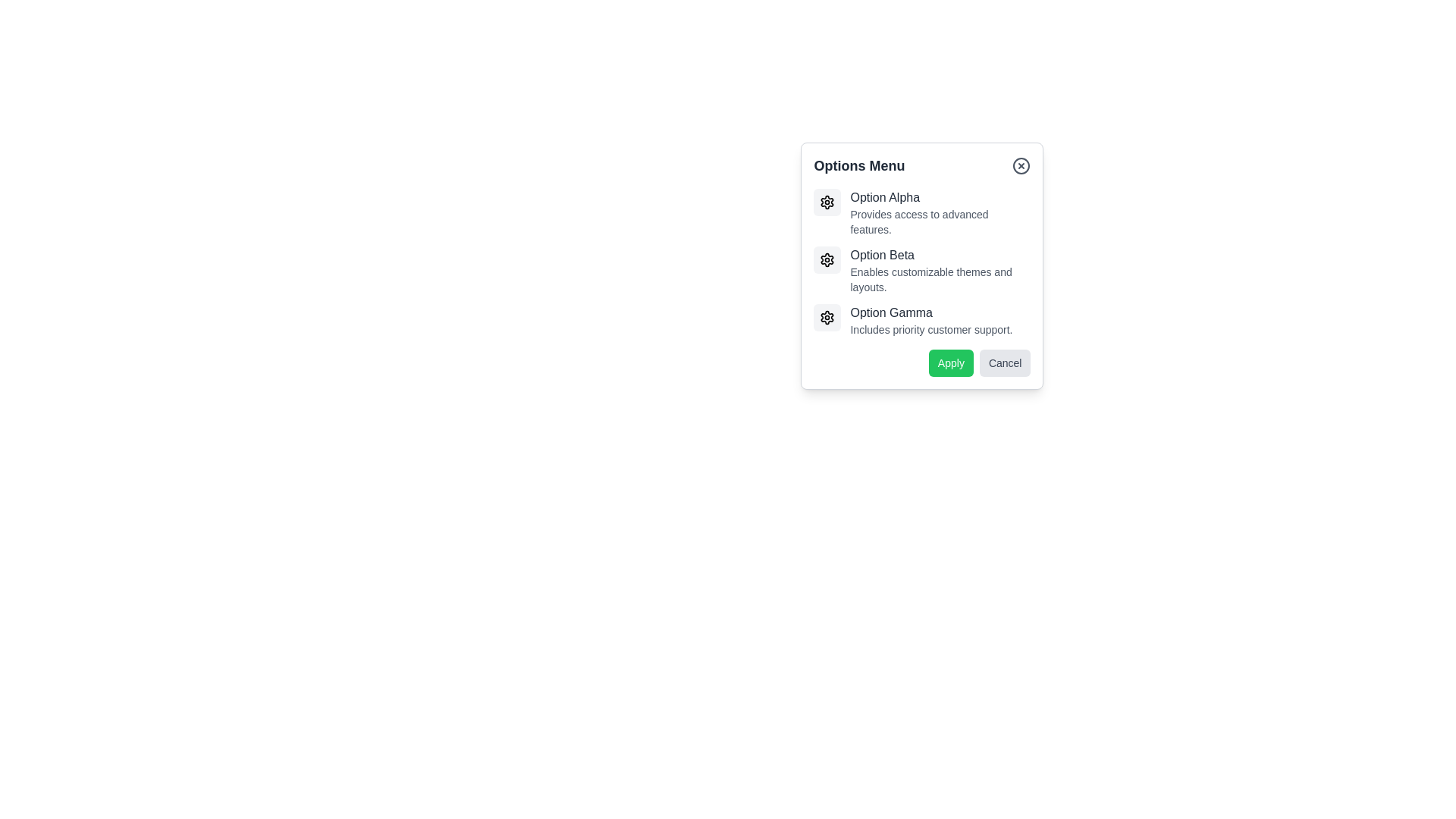 This screenshot has height=819, width=1456. Describe the element at coordinates (827, 201) in the screenshot. I see `the settings icon for 'Option Alpha' located below the header in the menu dialog` at that location.